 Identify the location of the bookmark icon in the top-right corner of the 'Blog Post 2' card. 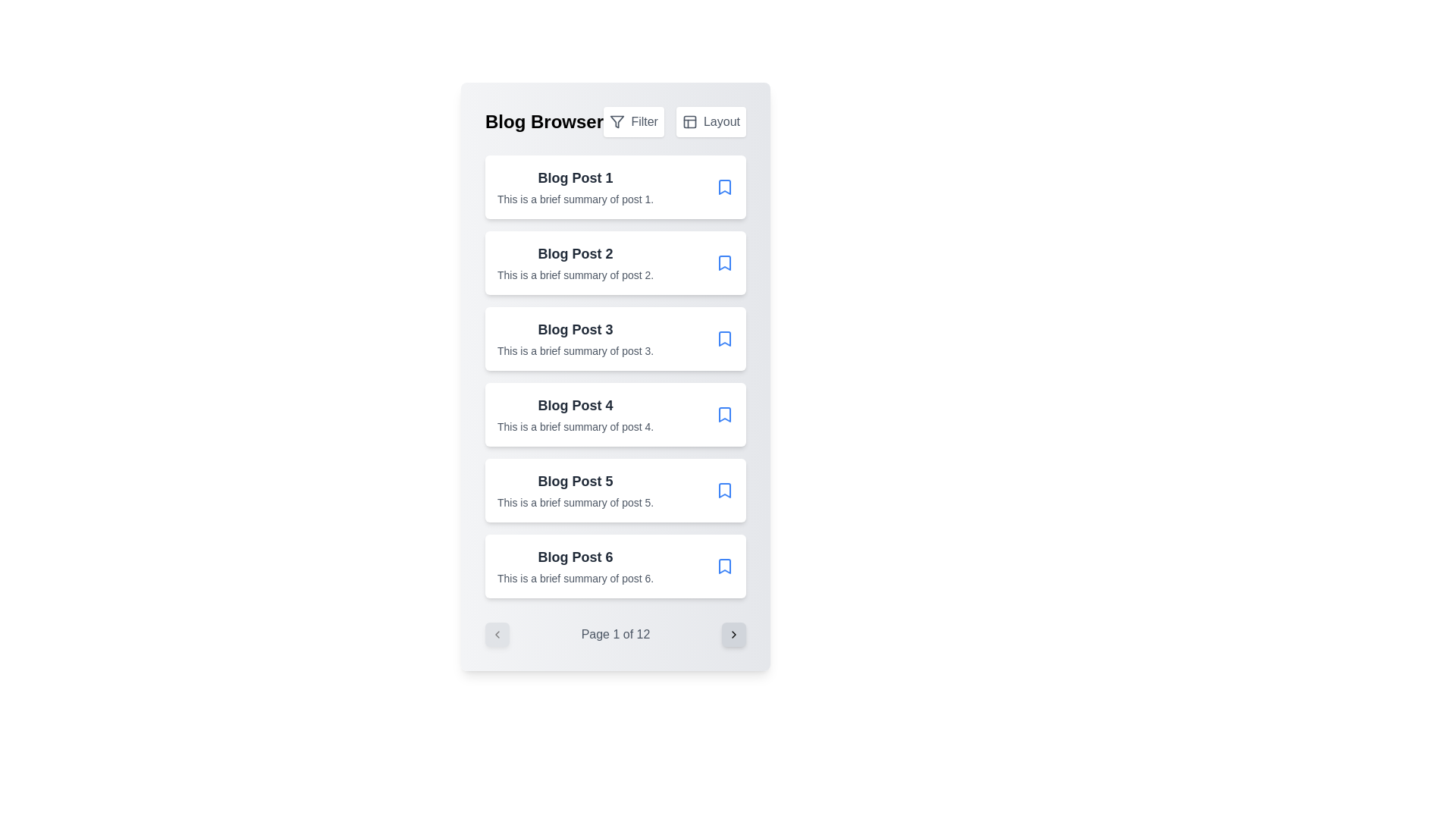
(723, 262).